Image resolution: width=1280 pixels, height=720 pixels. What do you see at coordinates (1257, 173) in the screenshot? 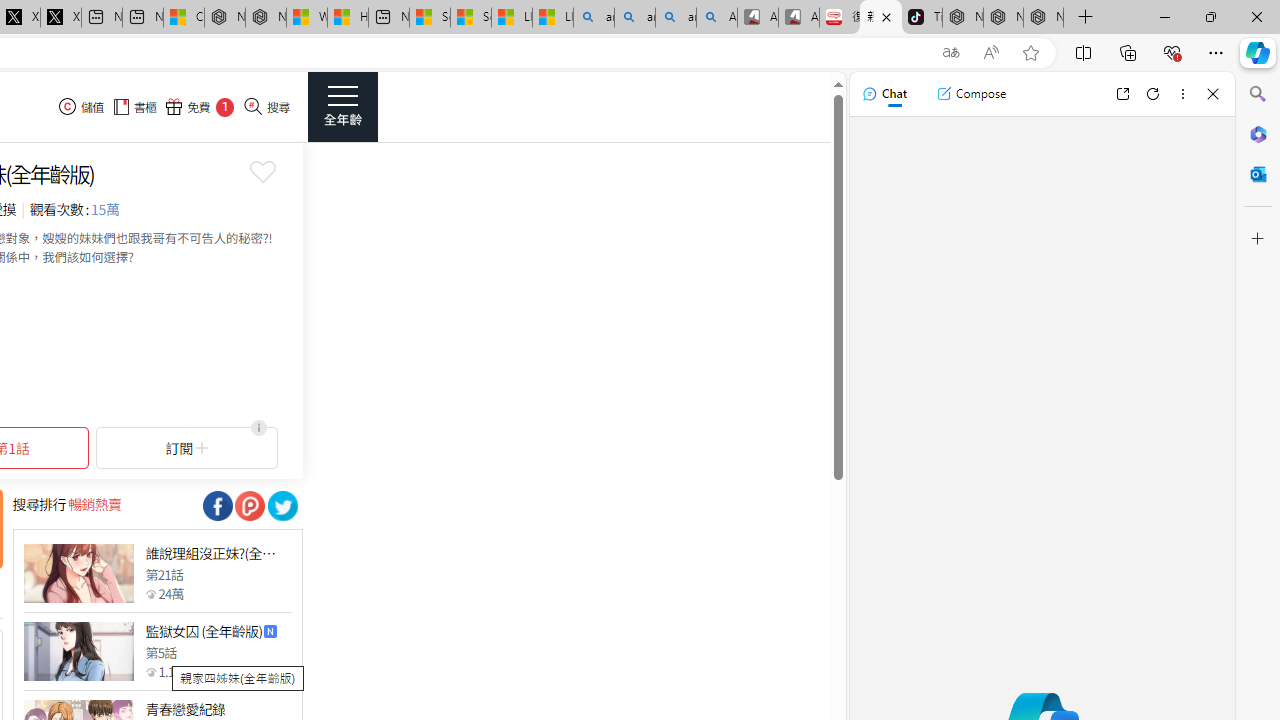
I see `'Outlook'` at bounding box center [1257, 173].